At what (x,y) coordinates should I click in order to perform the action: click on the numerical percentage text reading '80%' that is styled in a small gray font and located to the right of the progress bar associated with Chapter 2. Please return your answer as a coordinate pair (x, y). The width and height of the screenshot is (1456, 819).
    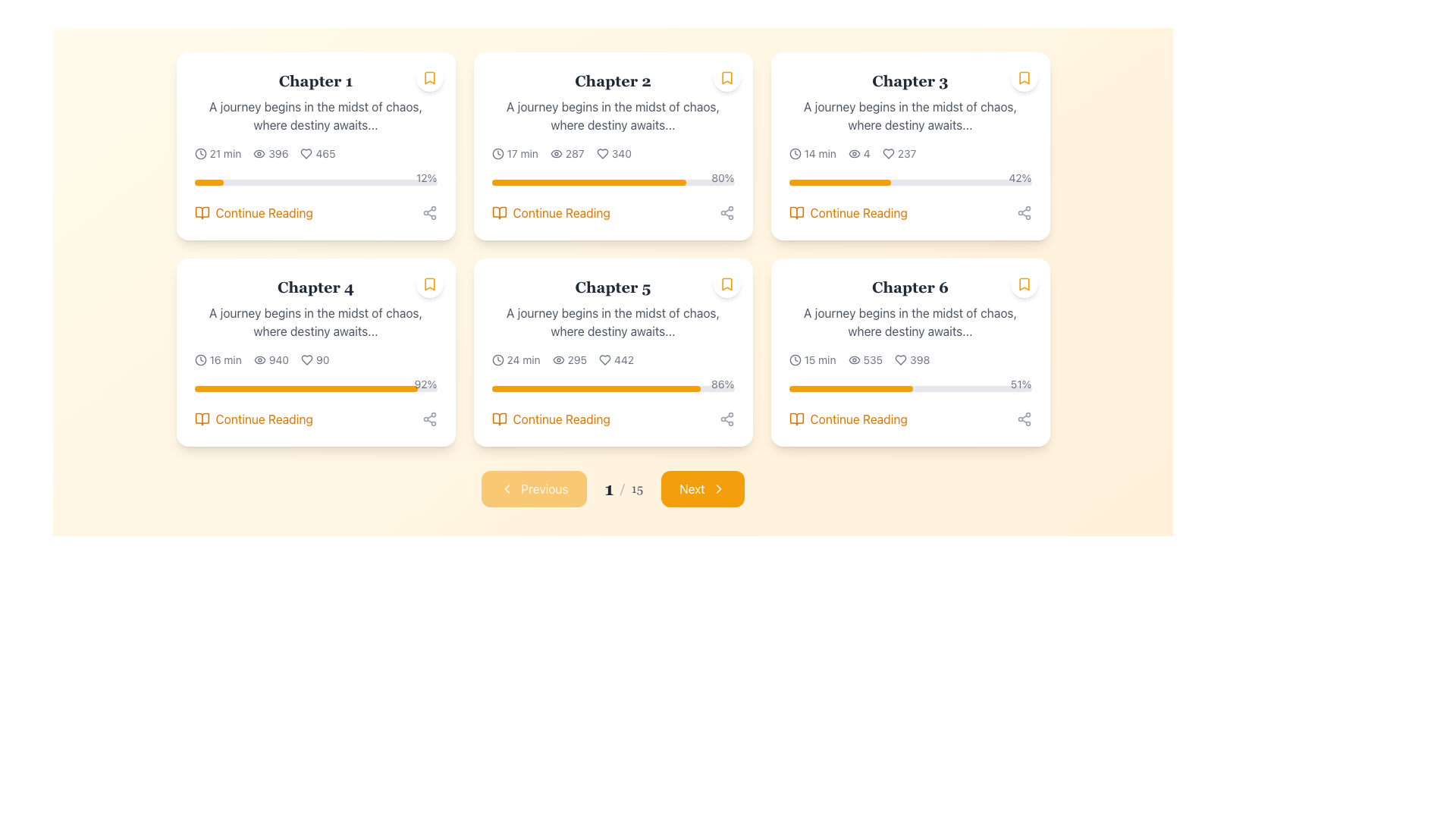
    Looking at the image, I should click on (722, 177).